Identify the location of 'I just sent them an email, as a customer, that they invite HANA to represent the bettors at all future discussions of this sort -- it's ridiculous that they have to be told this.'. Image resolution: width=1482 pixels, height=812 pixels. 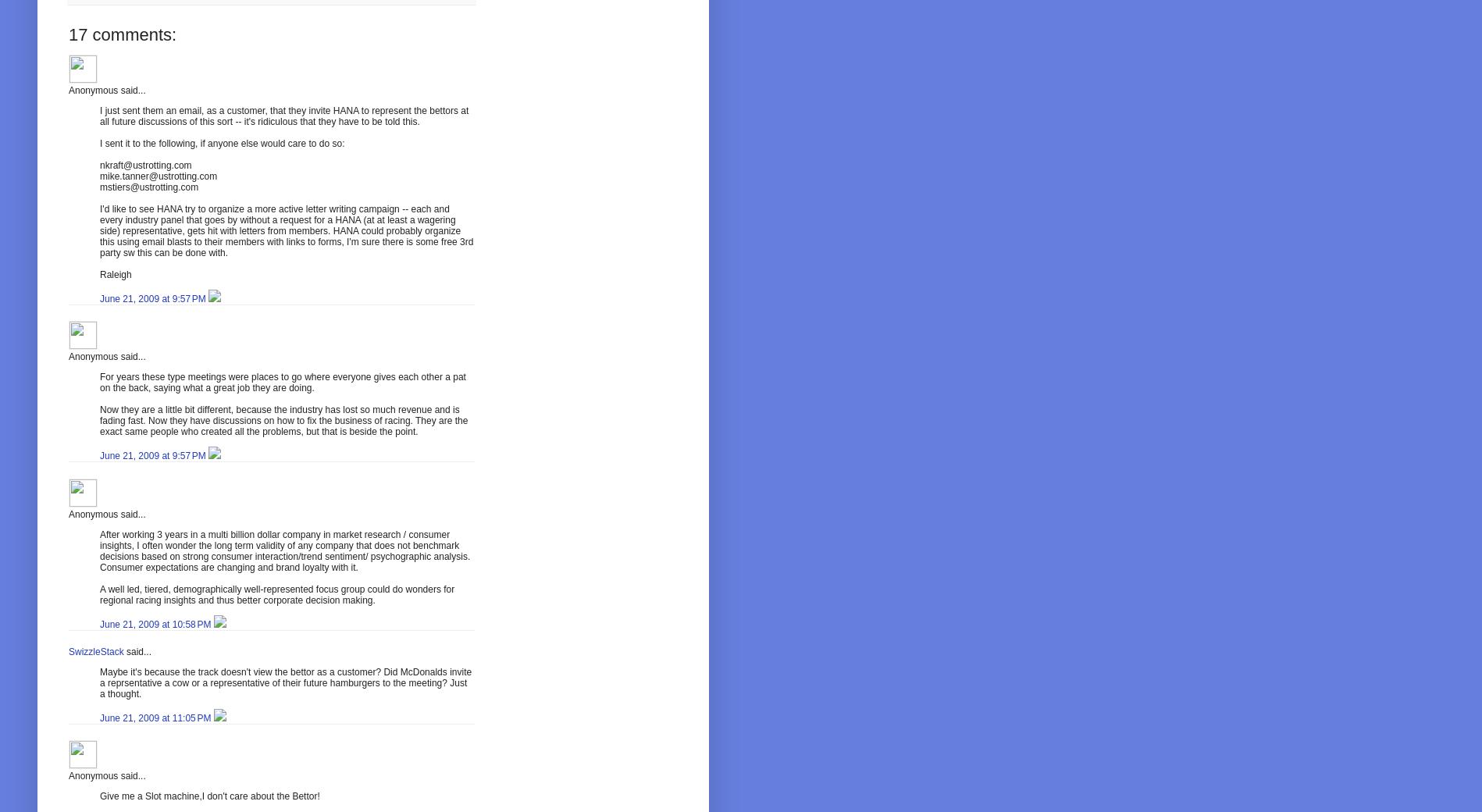
(284, 115).